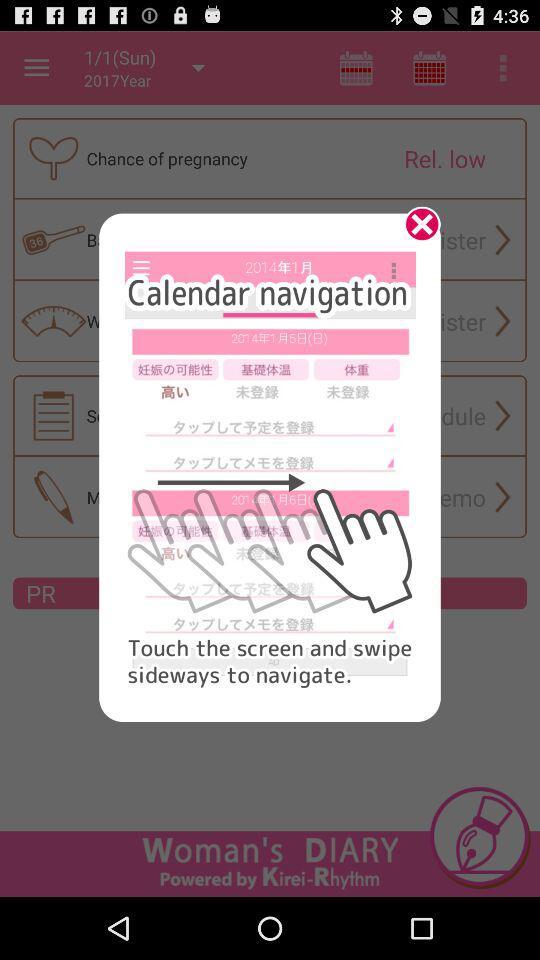  Describe the element at coordinates (414, 231) in the screenshot. I see `tutorial` at that location.